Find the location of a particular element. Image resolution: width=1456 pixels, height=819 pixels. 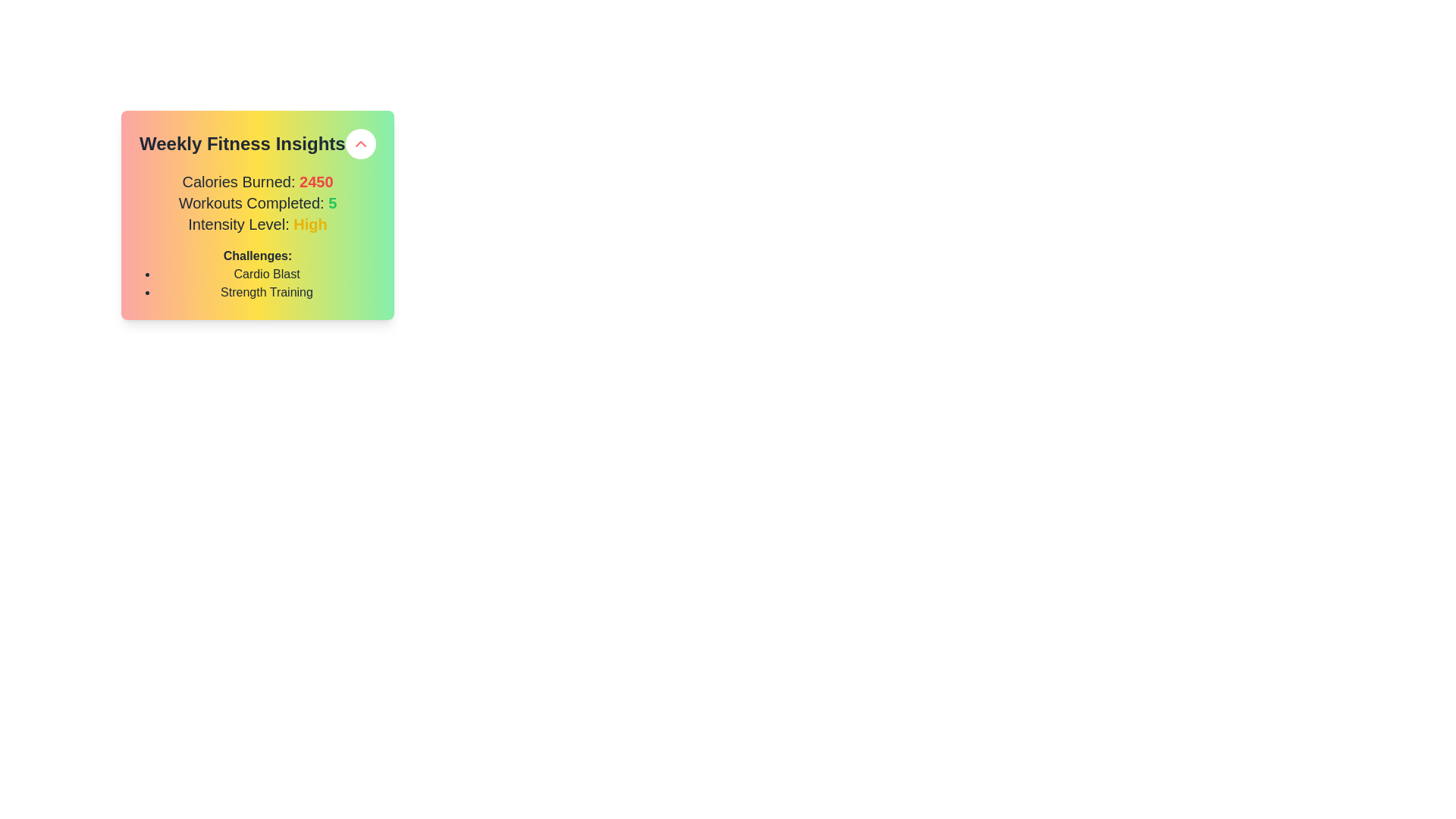

the intensity level of the workout session displayed in the bottom-right section of the 'Weekly Fitness Insights' box, which is located below 'Workouts Completed: 5' is located at coordinates (258, 224).